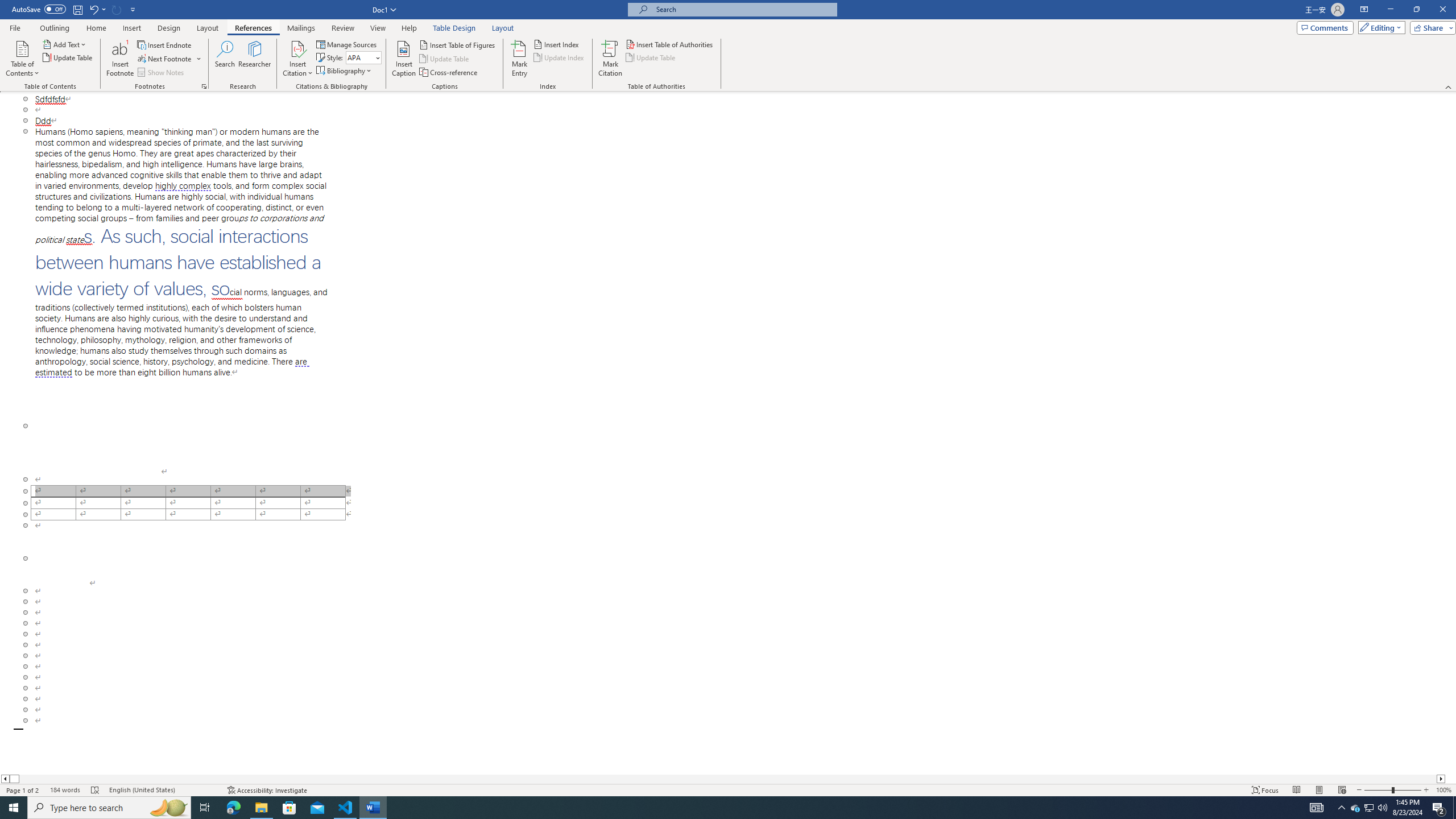 The height and width of the screenshot is (819, 1456). I want to click on 'Insert Caption...', so click(403, 59).